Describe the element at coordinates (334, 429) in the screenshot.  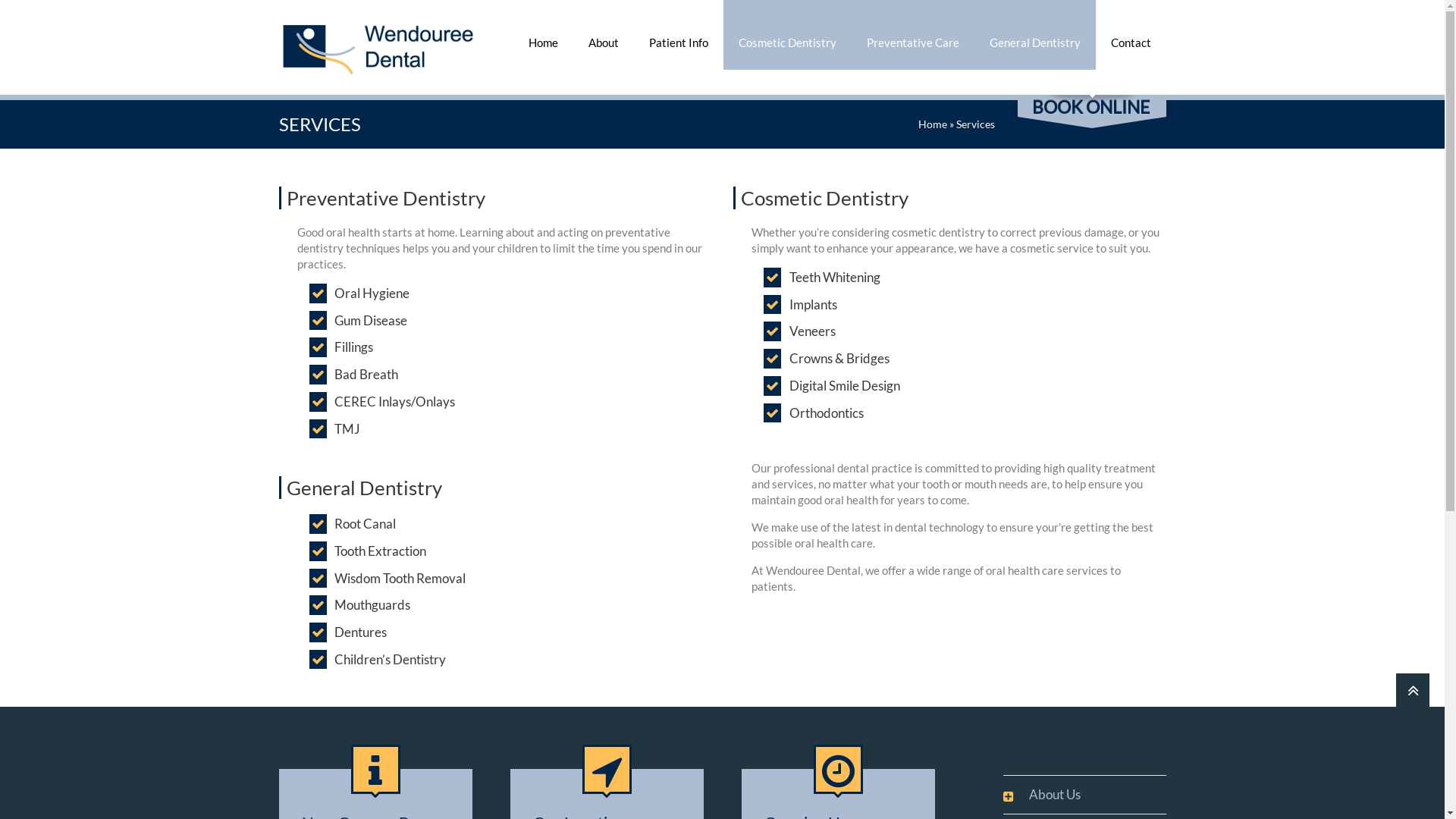
I see `'TMJ'` at that location.